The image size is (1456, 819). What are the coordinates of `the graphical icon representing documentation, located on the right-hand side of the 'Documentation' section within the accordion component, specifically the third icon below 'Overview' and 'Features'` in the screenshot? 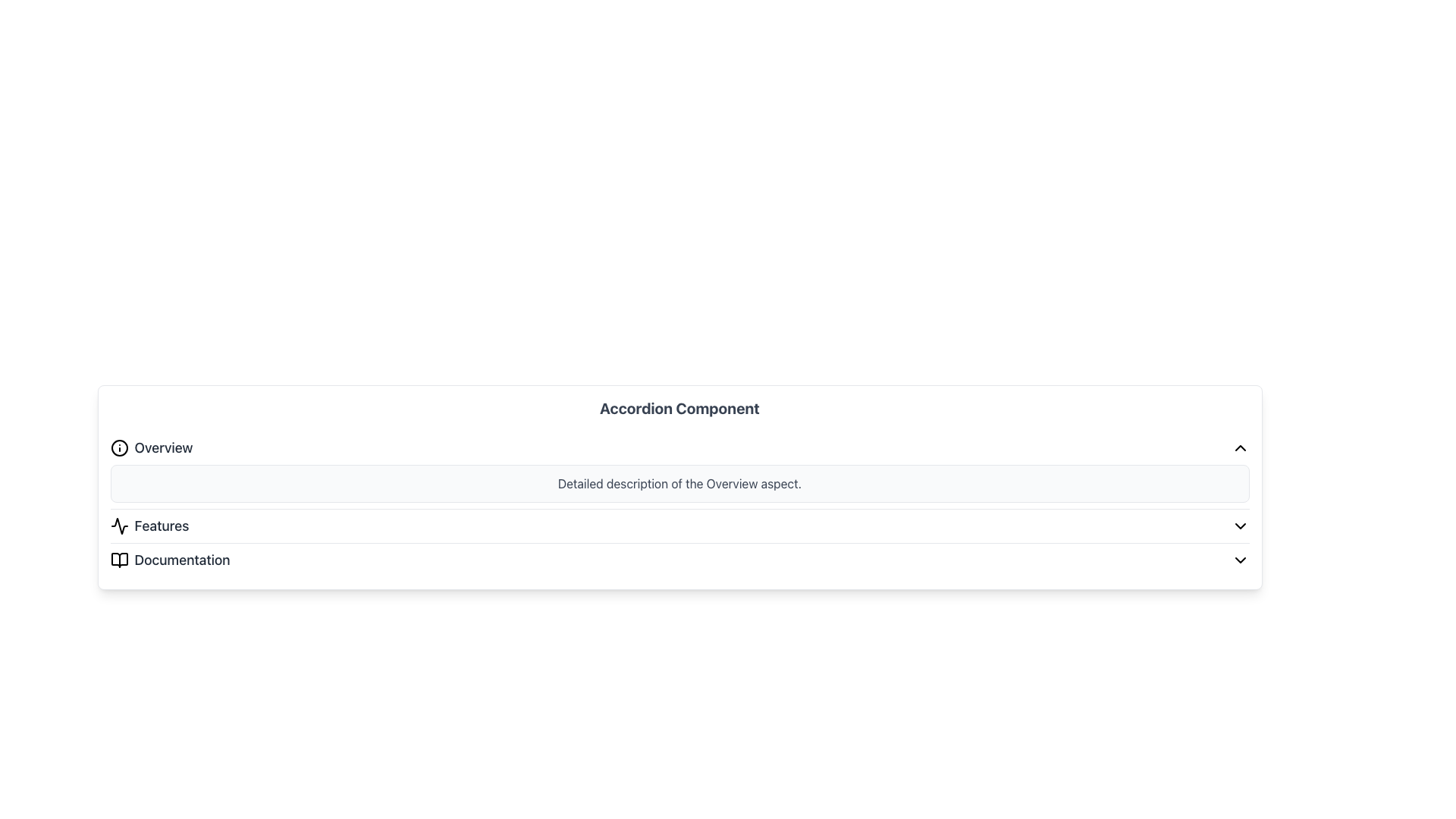 It's located at (118, 560).